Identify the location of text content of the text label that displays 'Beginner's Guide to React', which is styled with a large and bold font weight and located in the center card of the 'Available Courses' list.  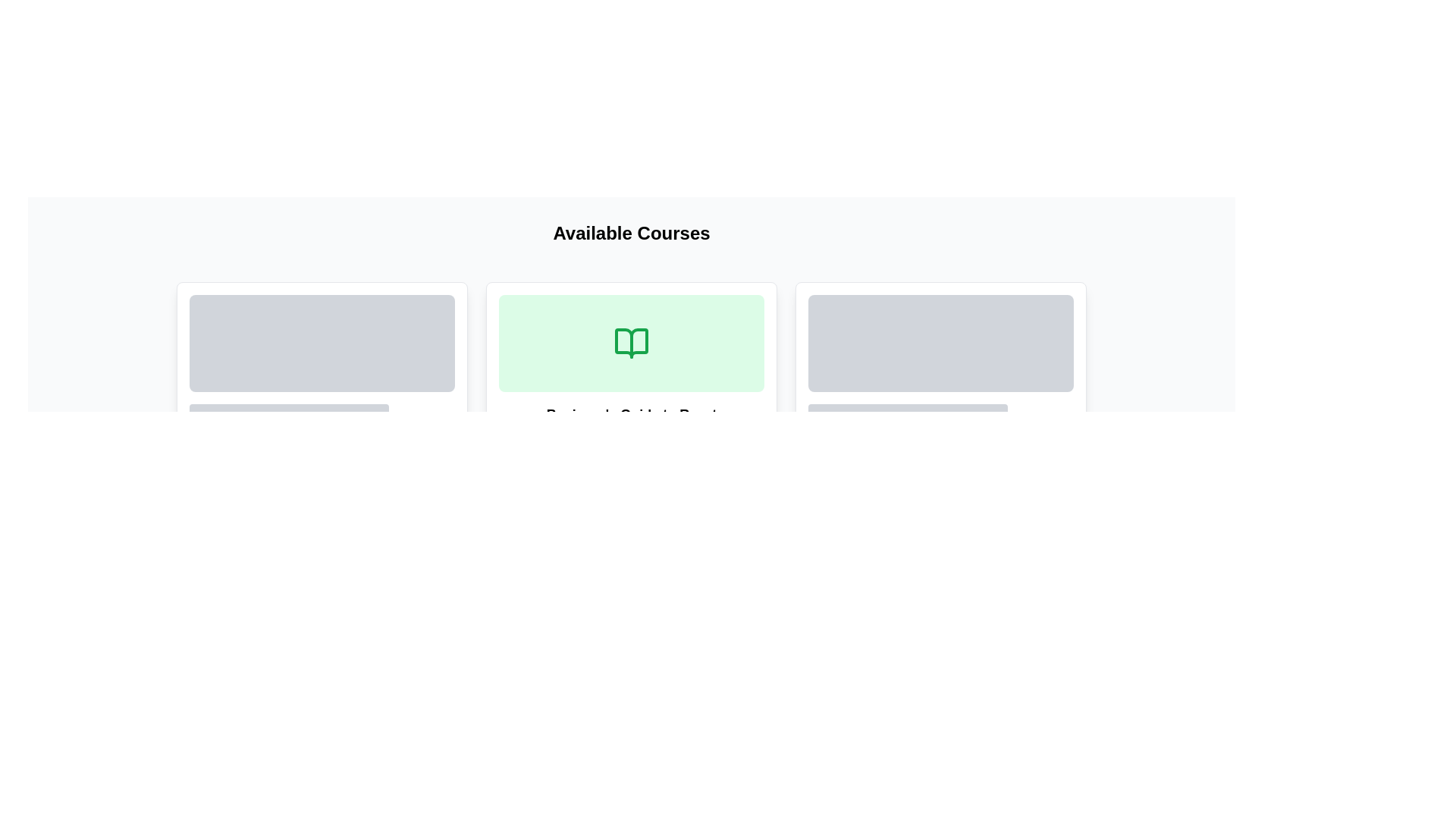
(632, 415).